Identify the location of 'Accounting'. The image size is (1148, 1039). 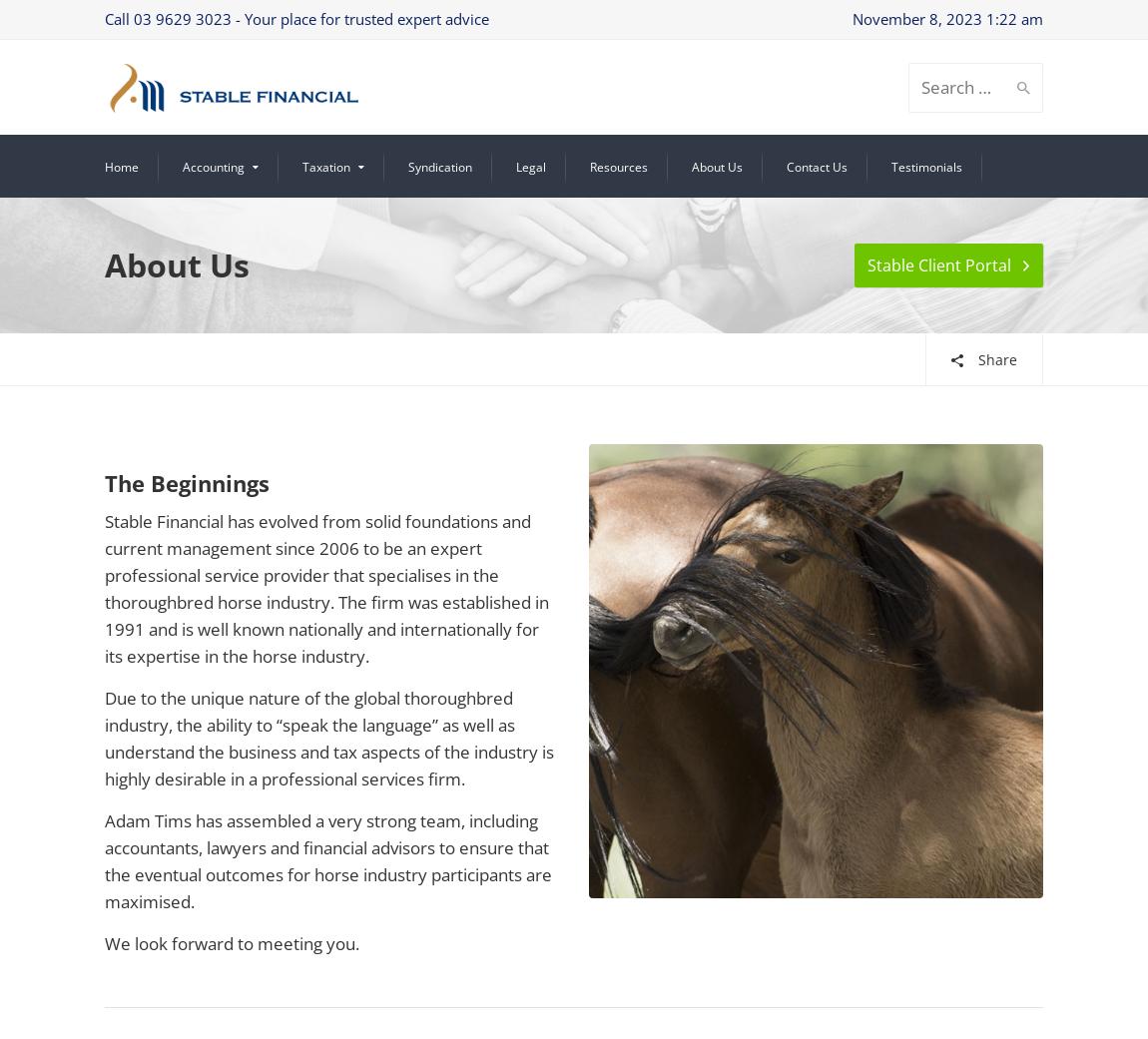
(213, 167).